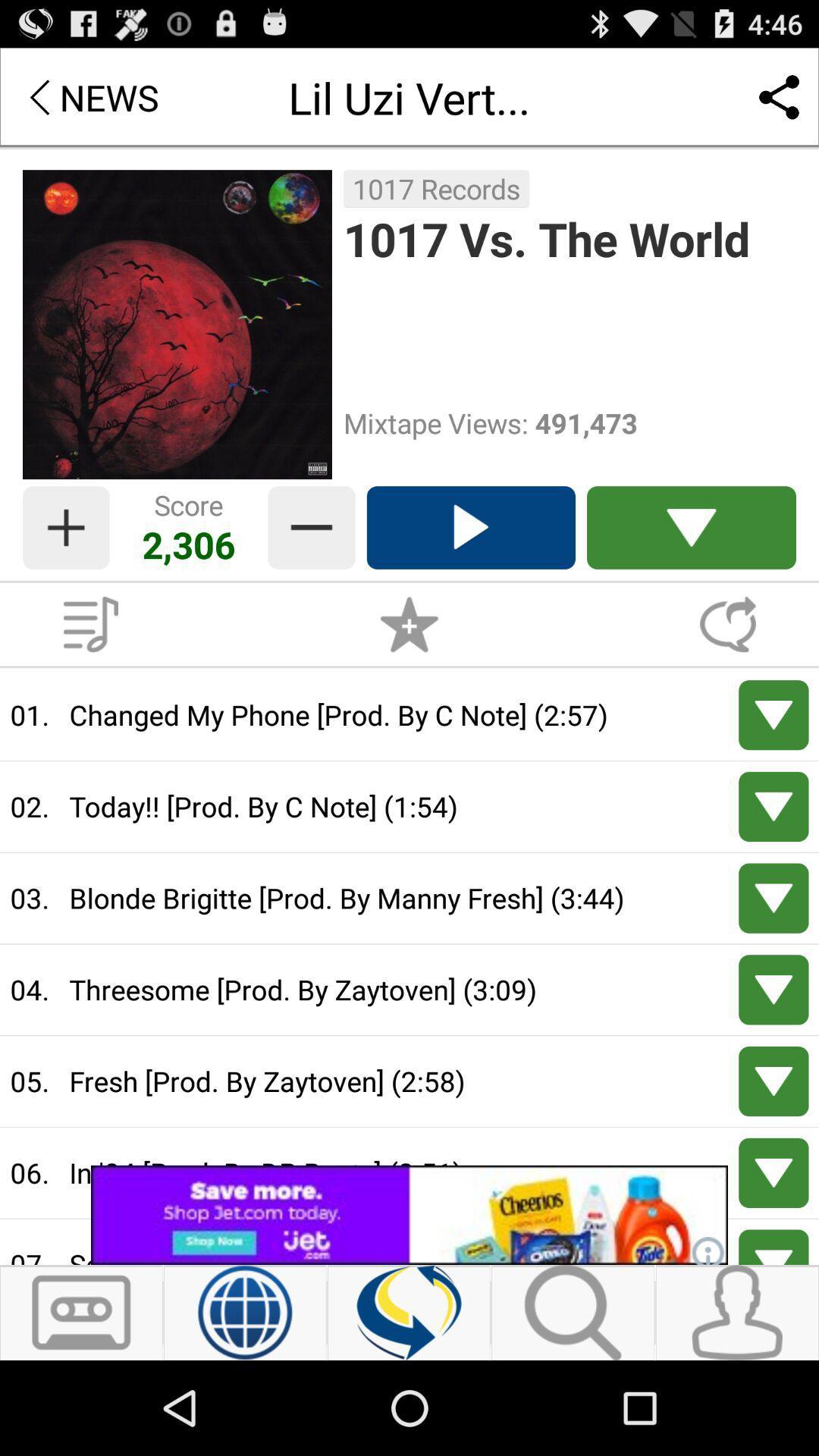 This screenshot has height=1456, width=819. I want to click on arrow down for next, so click(773, 1172).